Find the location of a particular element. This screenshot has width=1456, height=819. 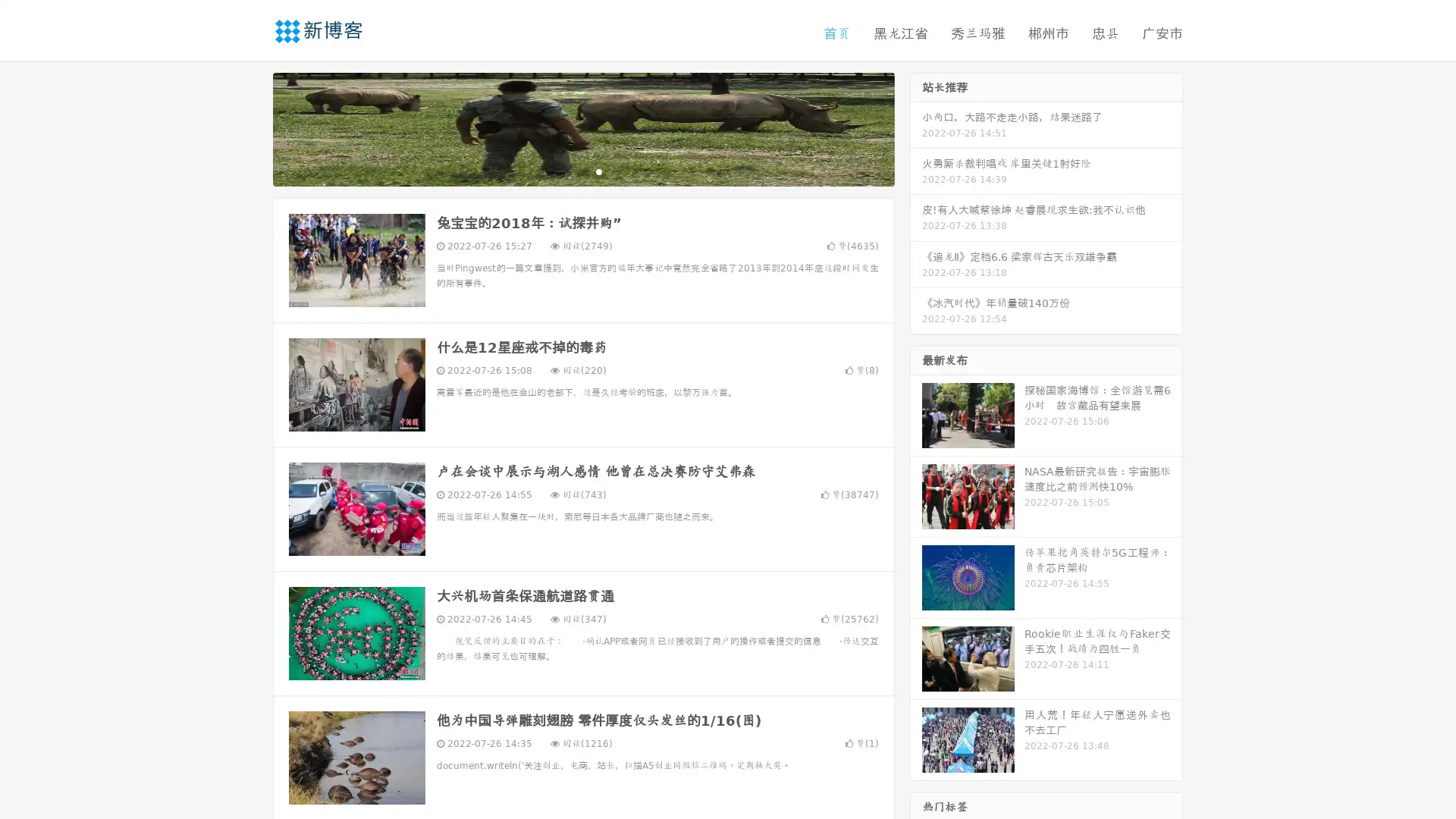

Go to slide 2 is located at coordinates (582, 171).